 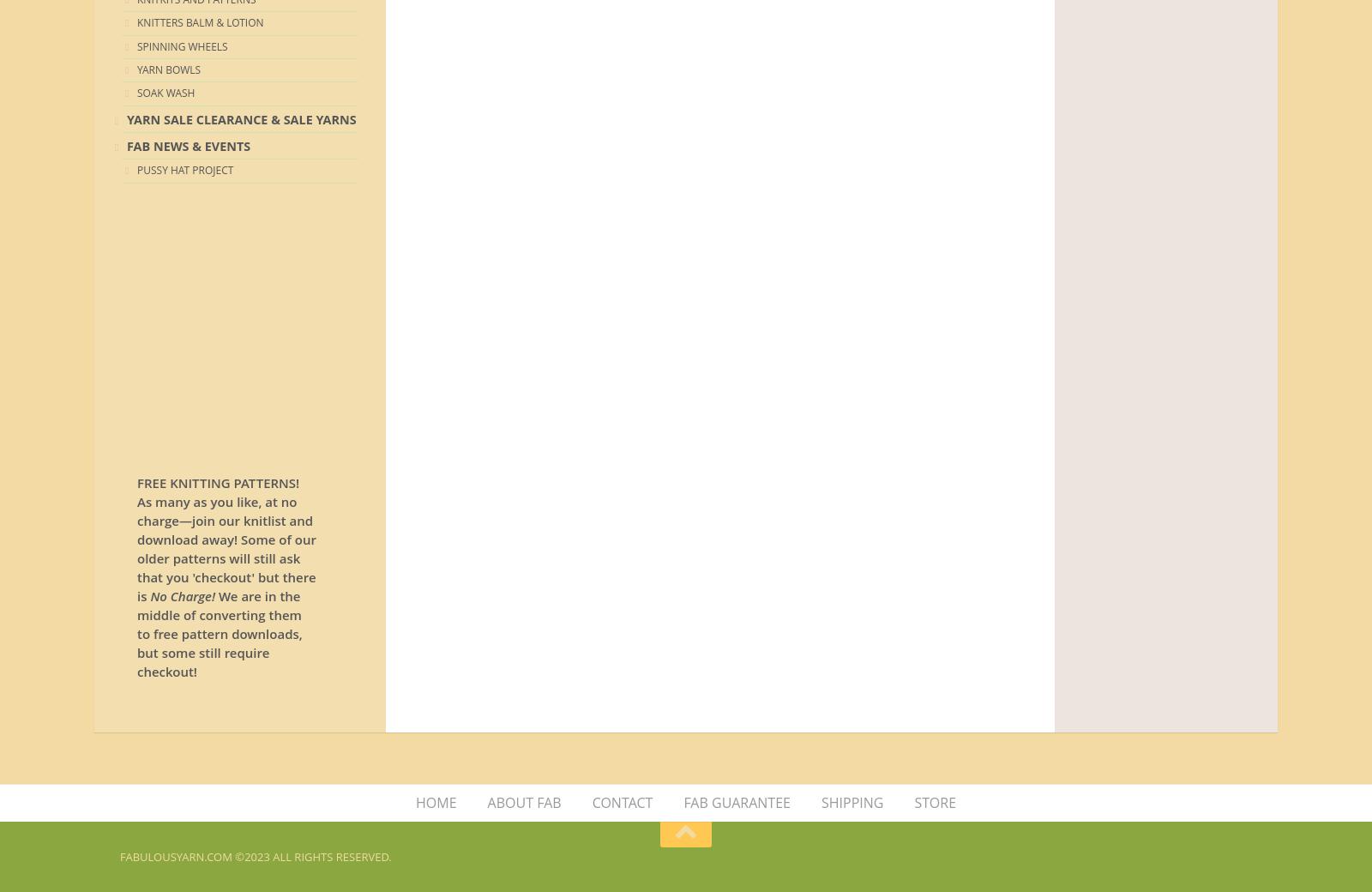 What do you see at coordinates (185, 170) in the screenshot?
I see `'Pussy Hat Project'` at bounding box center [185, 170].